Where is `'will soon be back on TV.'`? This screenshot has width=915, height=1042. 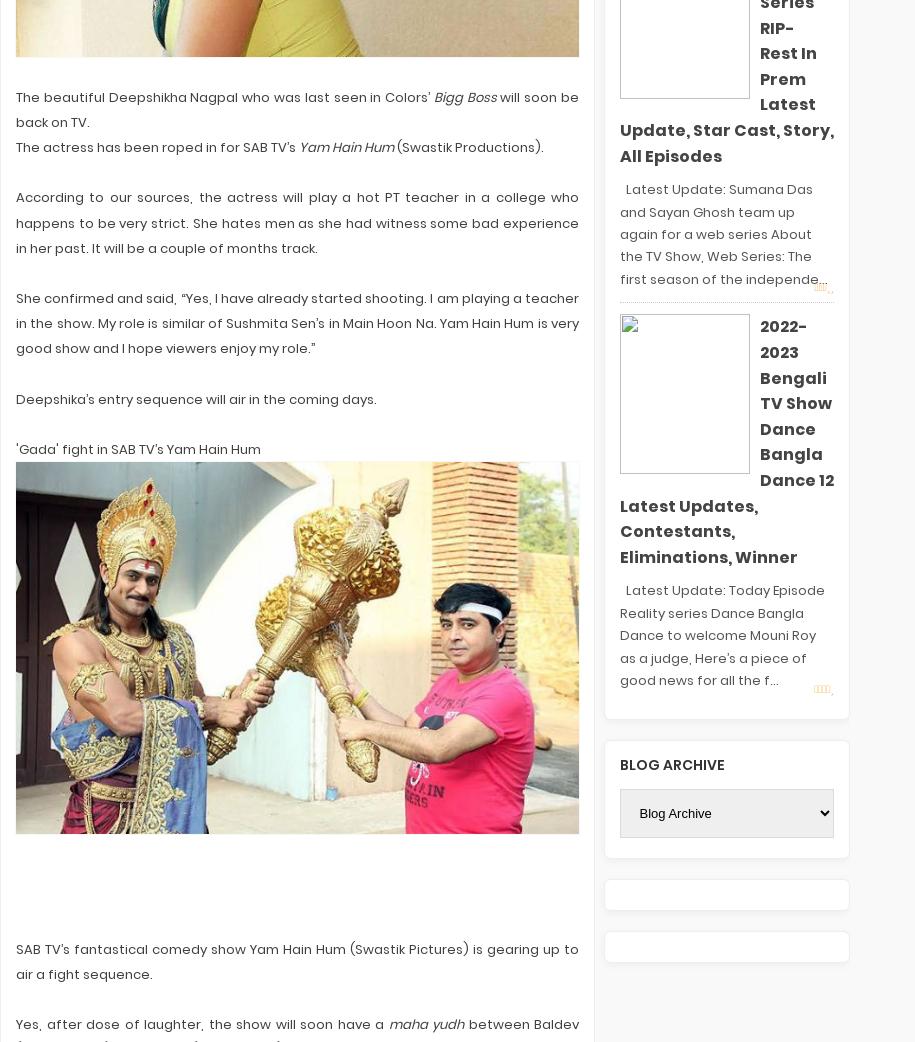 'will soon be back on TV.' is located at coordinates (296, 108).